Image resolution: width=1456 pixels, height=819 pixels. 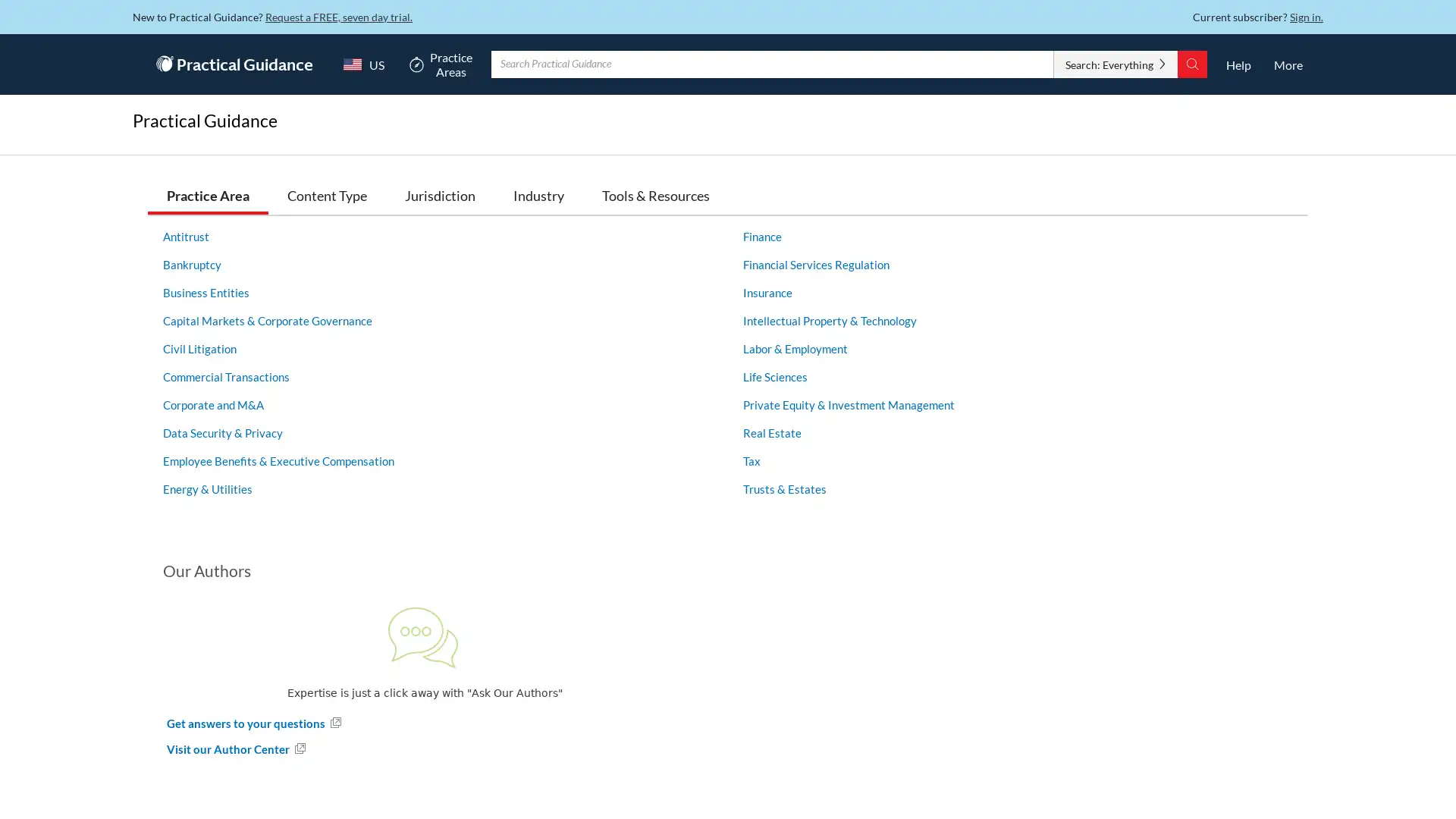 What do you see at coordinates (1191, 63) in the screenshot?
I see `Search` at bounding box center [1191, 63].